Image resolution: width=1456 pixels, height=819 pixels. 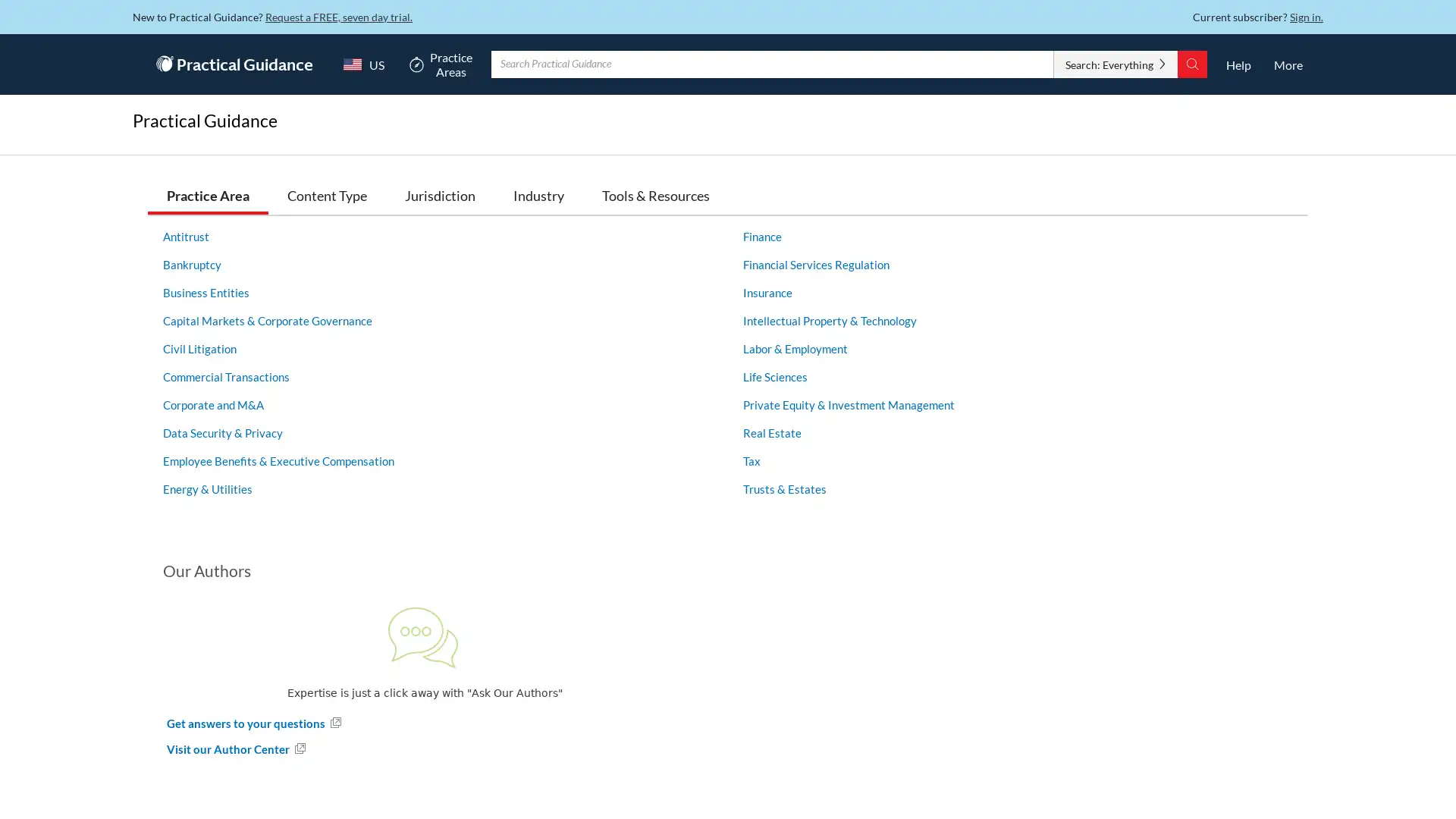 What do you see at coordinates (1191, 63) in the screenshot?
I see `Search` at bounding box center [1191, 63].